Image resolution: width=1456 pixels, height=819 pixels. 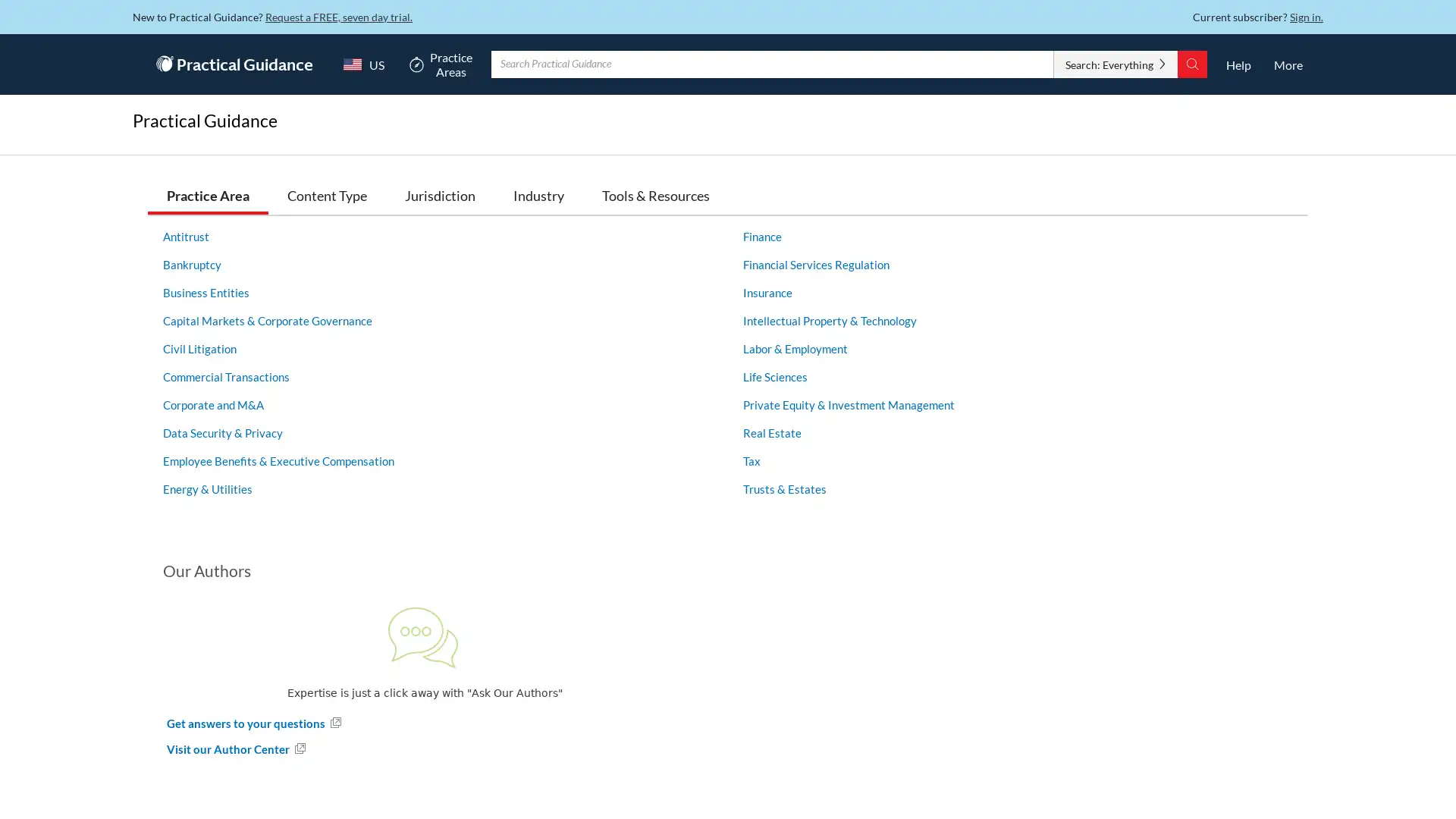 What do you see at coordinates (1191, 63) in the screenshot?
I see `Search` at bounding box center [1191, 63].